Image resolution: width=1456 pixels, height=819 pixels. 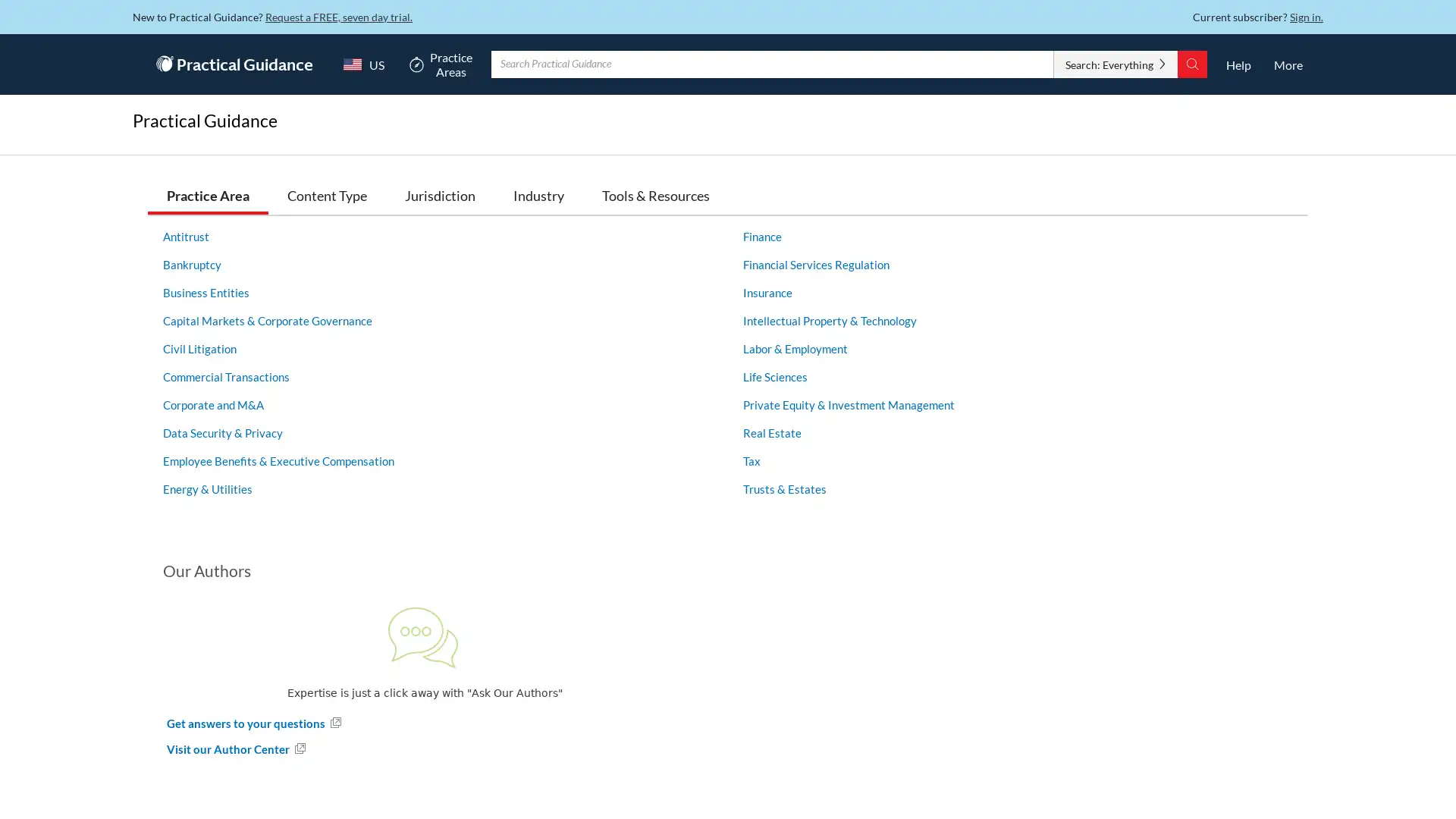 What do you see at coordinates (1191, 63) in the screenshot?
I see `Search` at bounding box center [1191, 63].